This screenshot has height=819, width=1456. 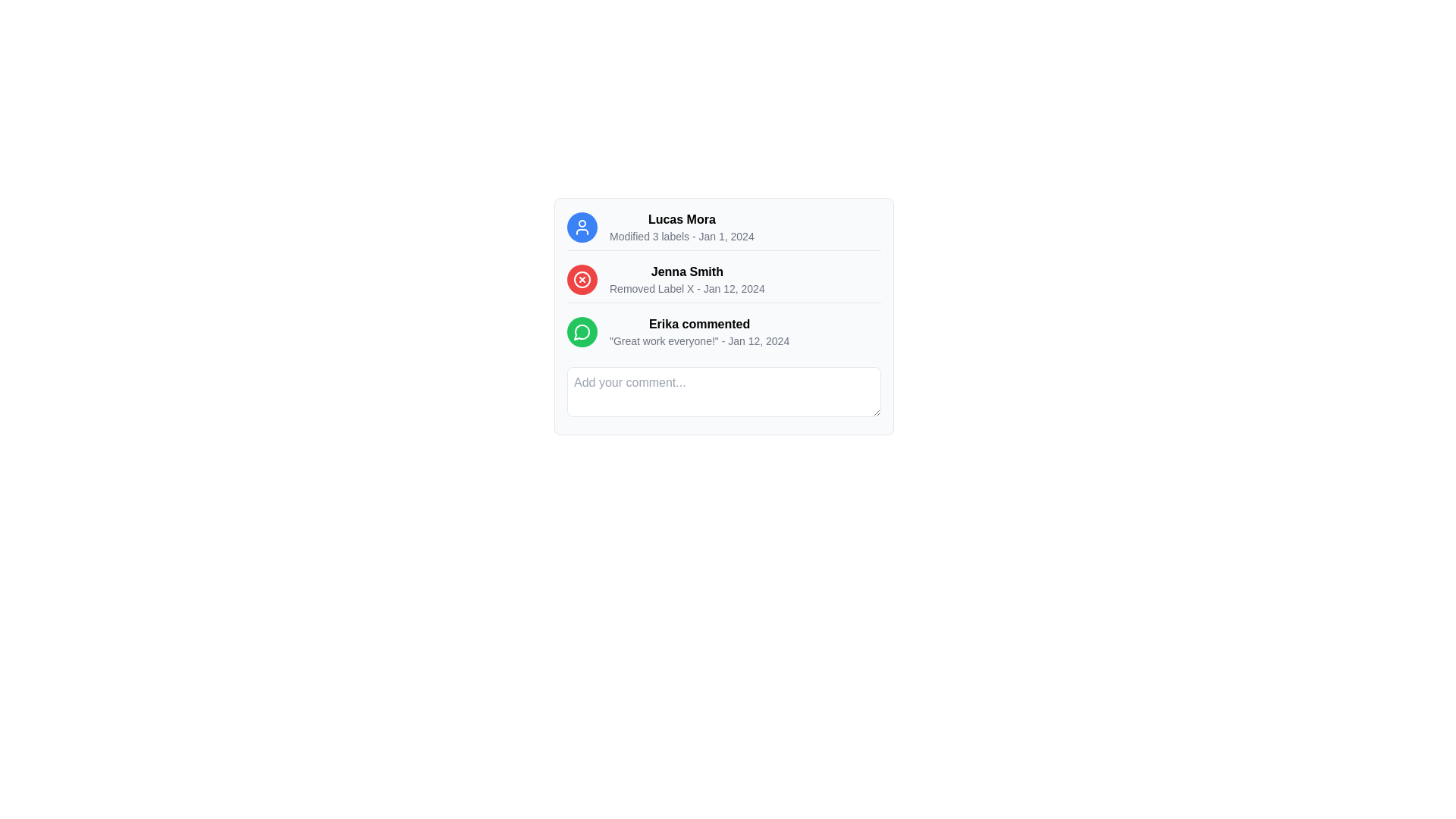 I want to click on contents of the comment made by user Erika, which is the third entry in the list located between Jenna Smith's comment and the comment input box, so click(x=723, y=315).